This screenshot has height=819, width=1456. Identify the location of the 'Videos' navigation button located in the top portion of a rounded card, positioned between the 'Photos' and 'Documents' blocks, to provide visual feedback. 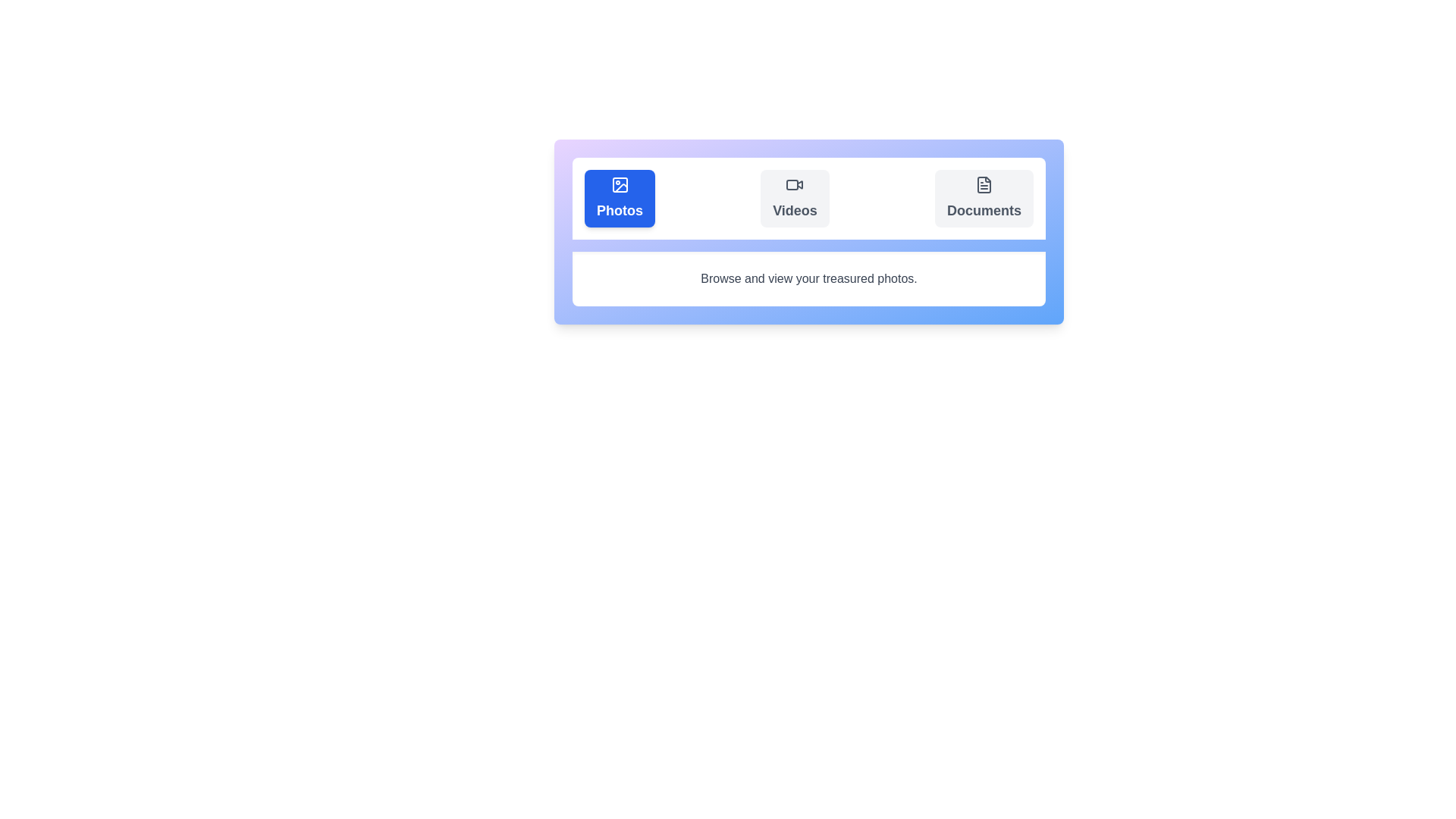
(808, 198).